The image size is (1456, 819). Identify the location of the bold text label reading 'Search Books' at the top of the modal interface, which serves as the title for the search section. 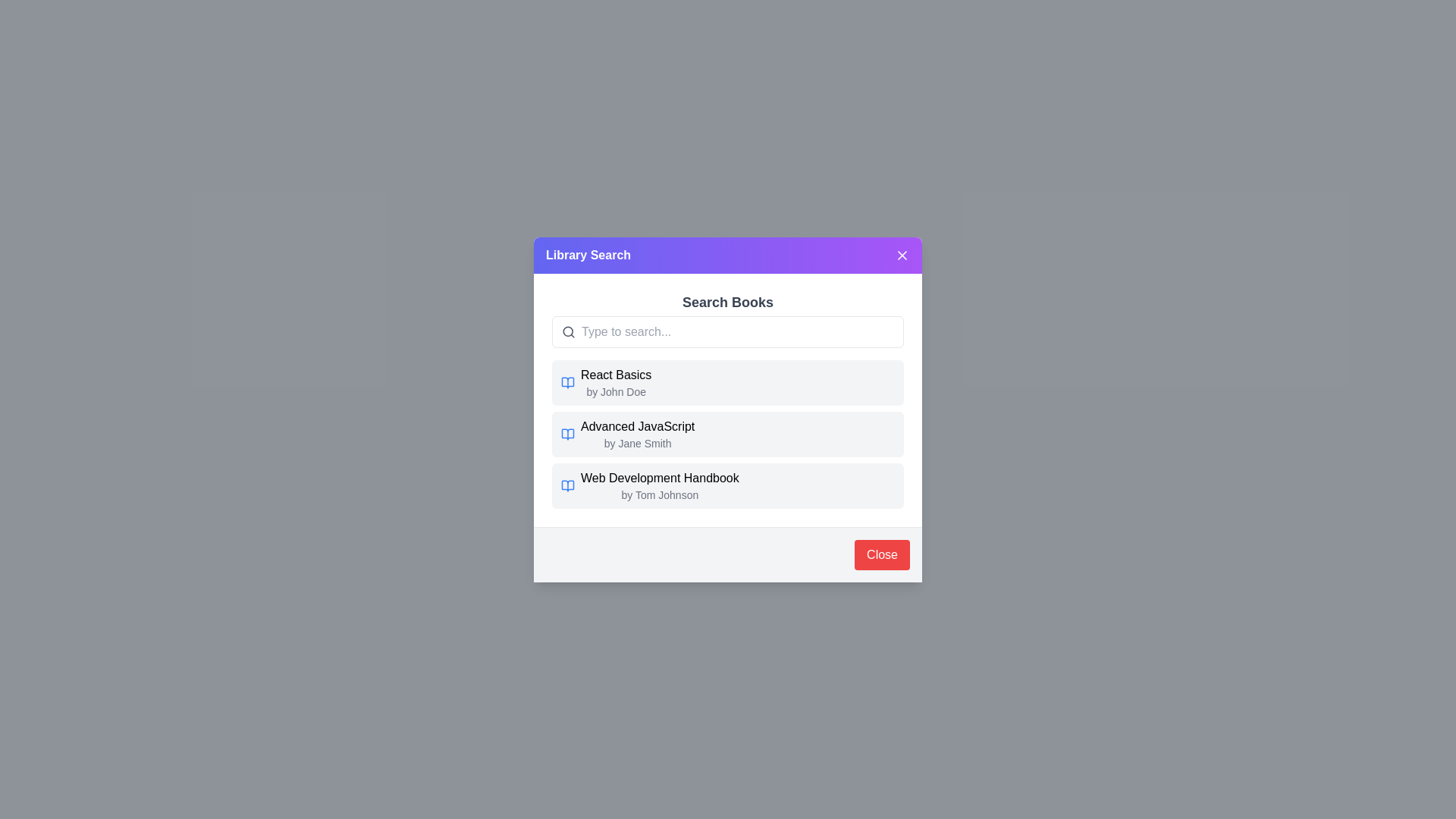
(728, 302).